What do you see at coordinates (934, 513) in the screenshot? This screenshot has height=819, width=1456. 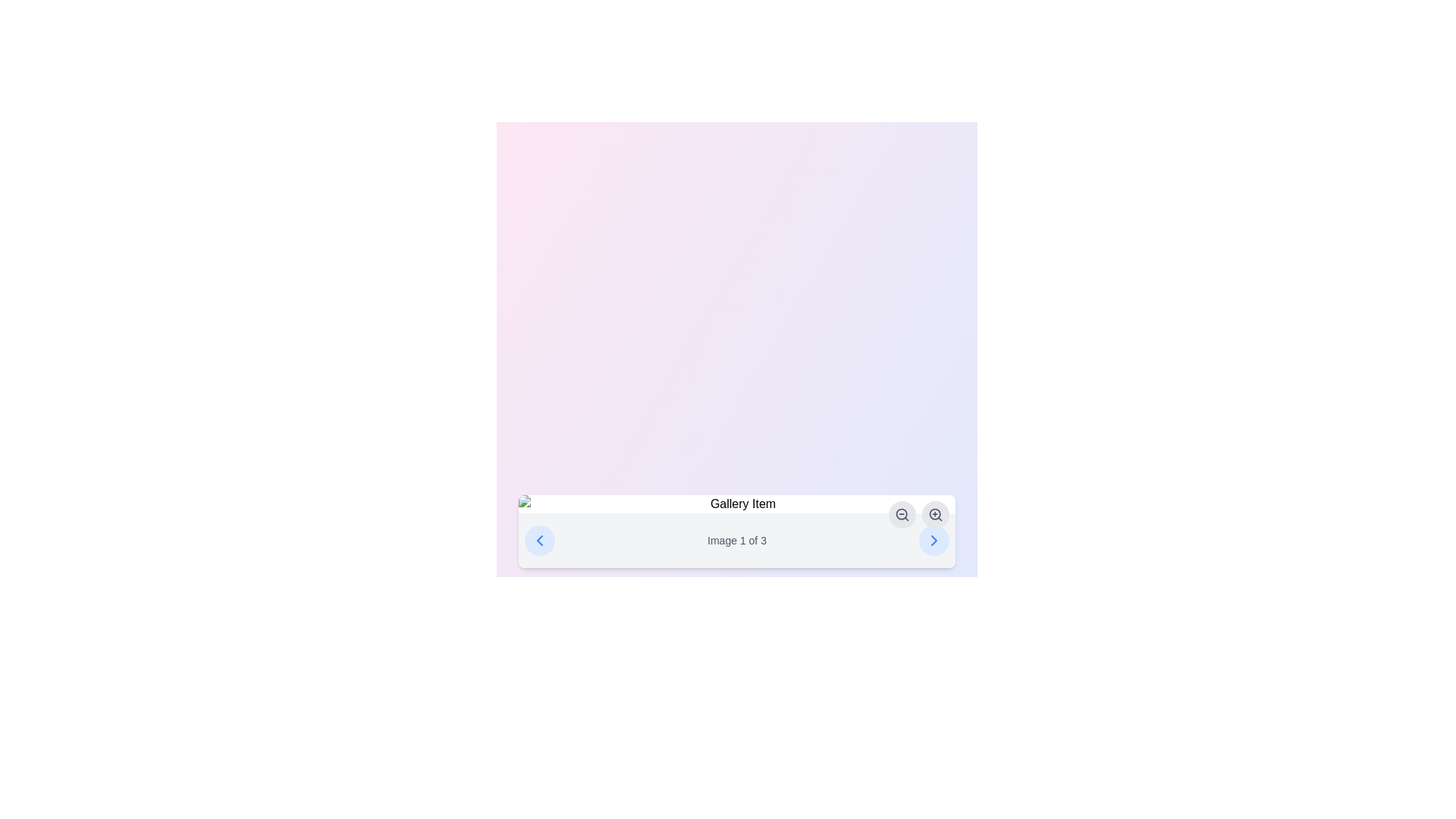 I see `the Zoom-in action icon, which resembles a magnifying glass with a plus sign inside a circular button, located in the bottom-right section of the interface` at bounding box center [934, 513].